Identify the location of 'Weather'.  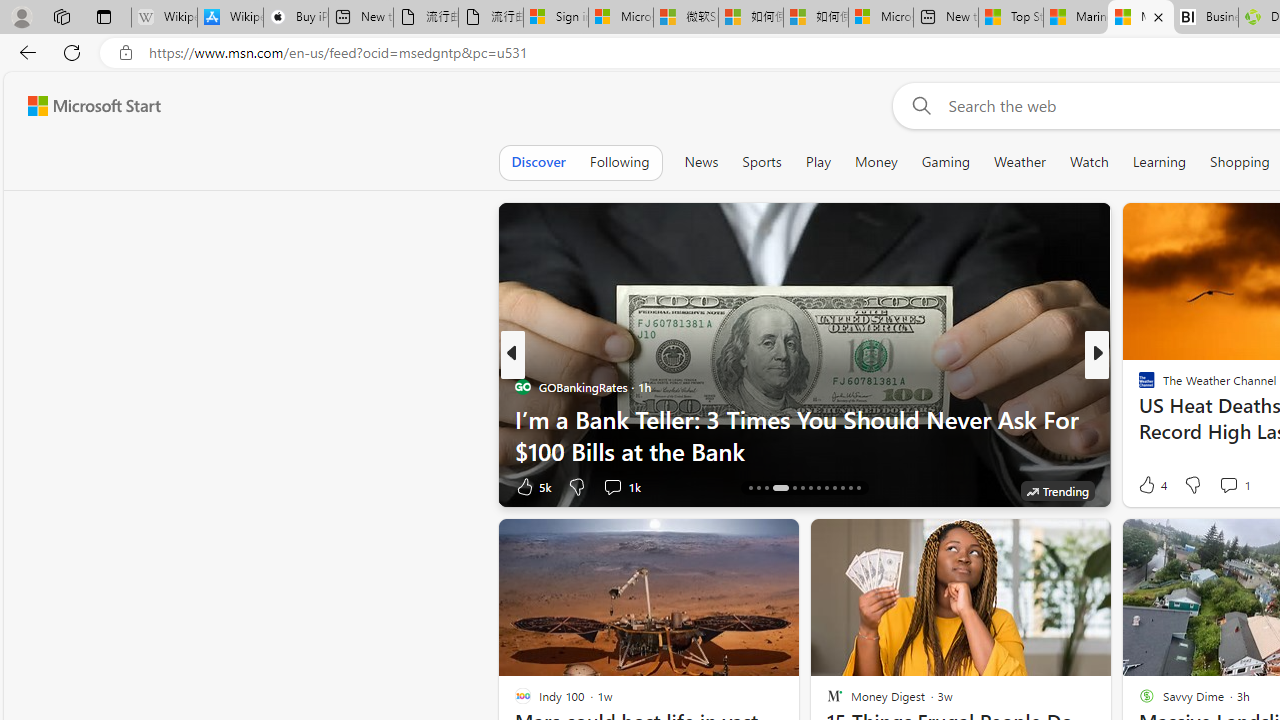
(1020, 161).